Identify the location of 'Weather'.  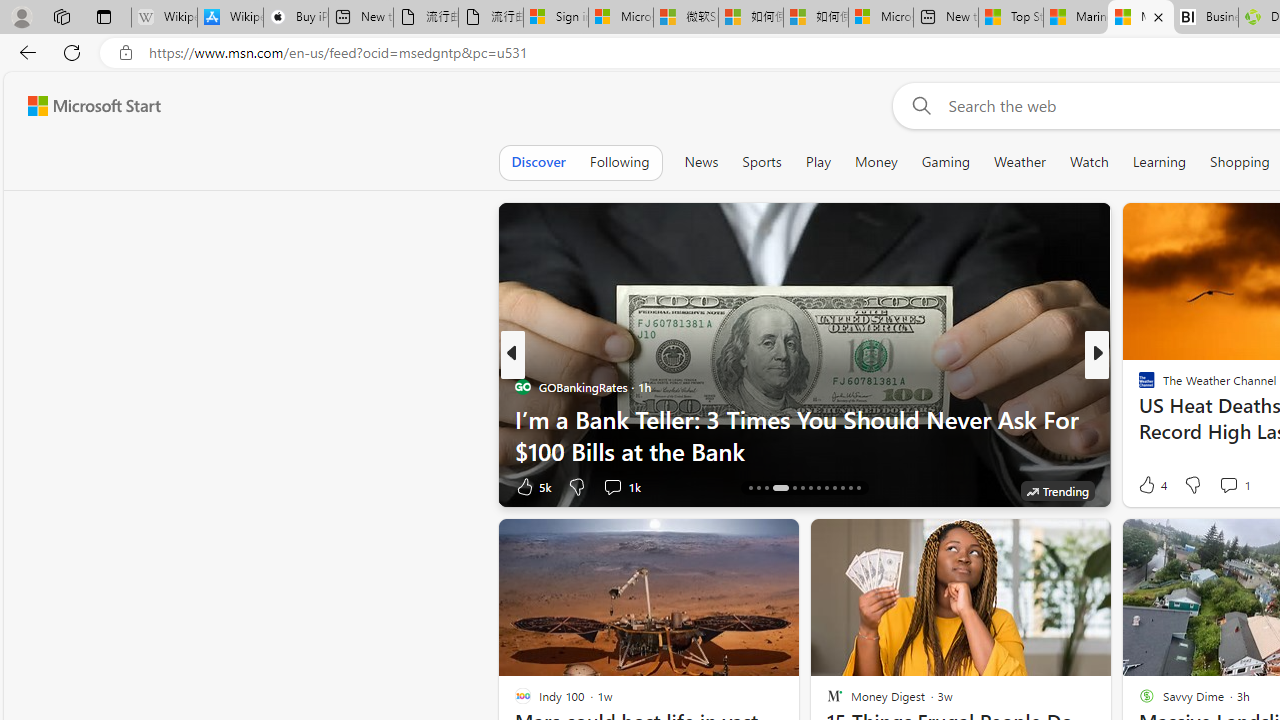
(1020, 161).